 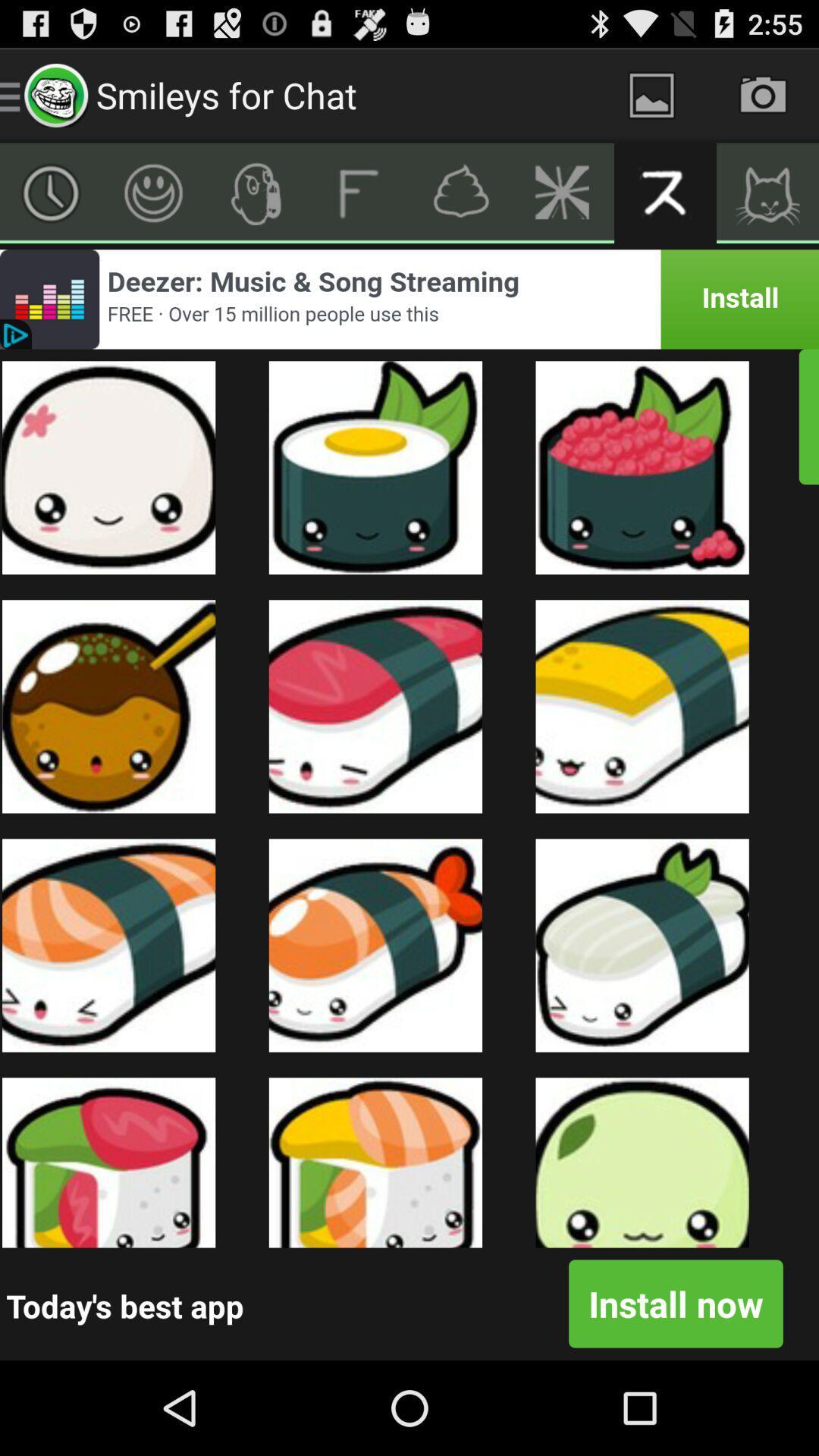 I want to click on smile emoji, so click(x=153, y=192).